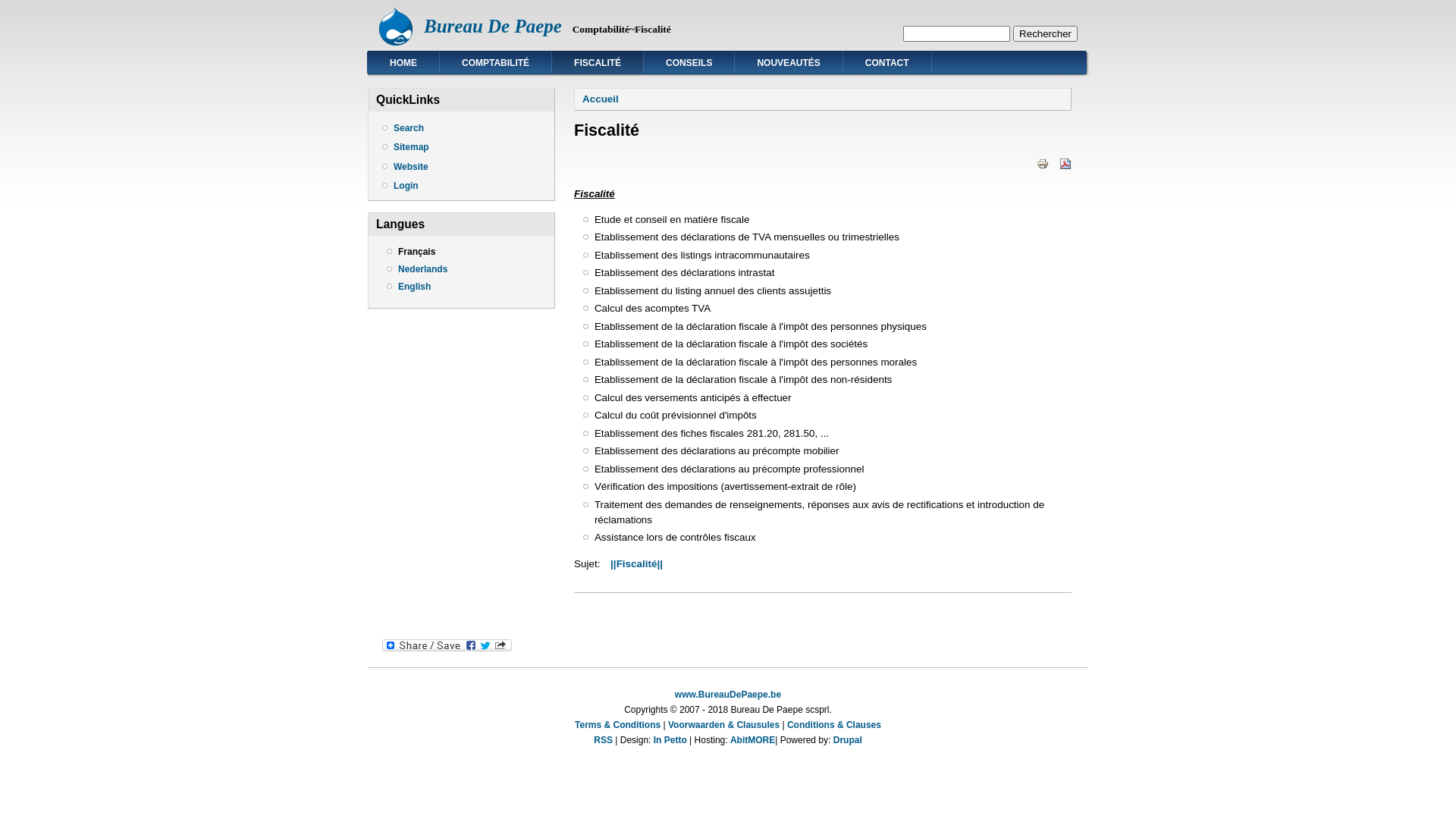 Image resolution: width=1456 pixels, height=819 pixels. I want to click on 'English', so click(414, 287).